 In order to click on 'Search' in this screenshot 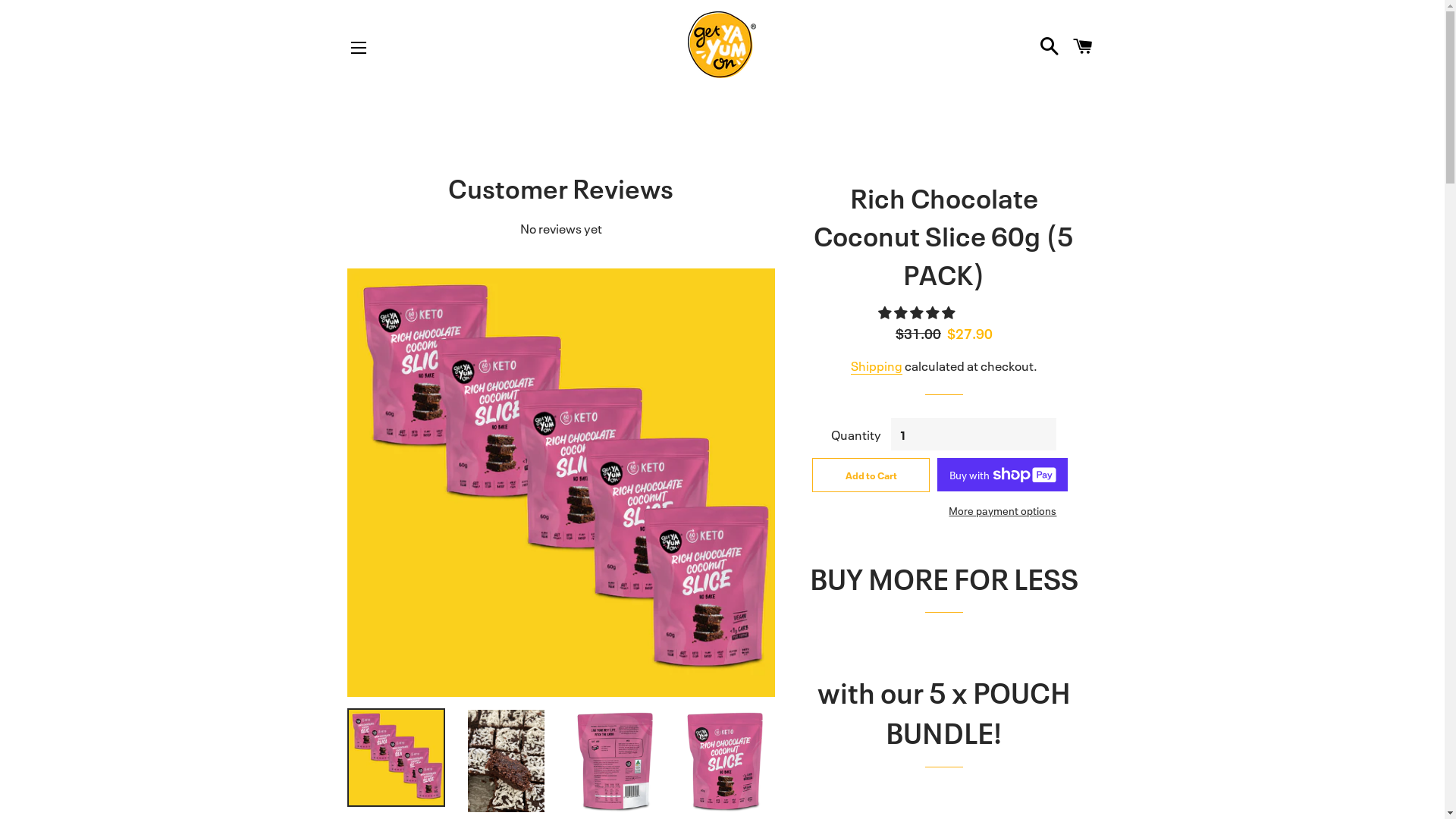, I will do `click(1048, 43)`.